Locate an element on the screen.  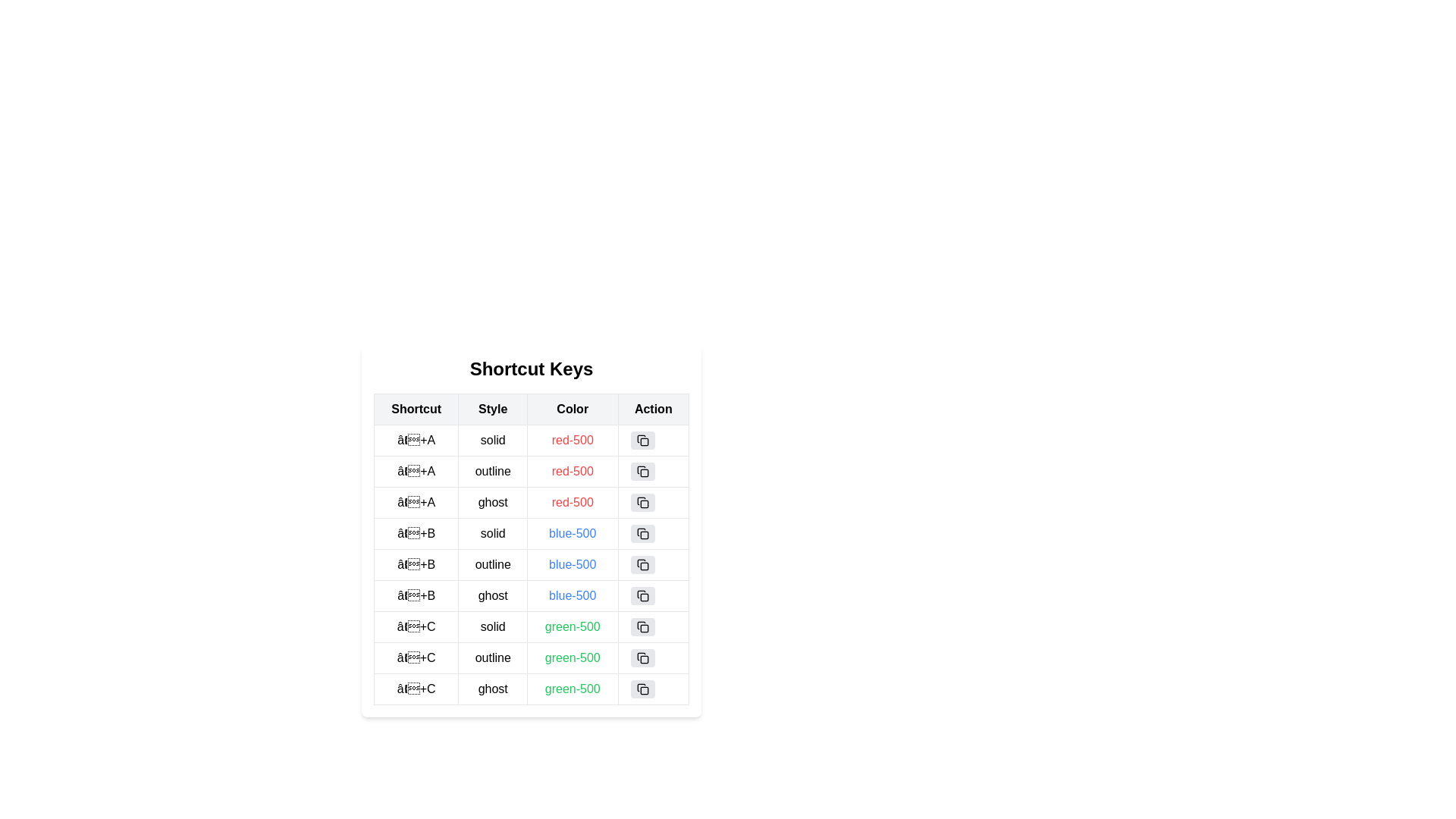
the text element displaying 'ghost' which is located in the second column of the 'Shortcut Keys' table, positioned between the '⌘+A' shortcut and 'red-500' color is located at coordinates (493, 503).